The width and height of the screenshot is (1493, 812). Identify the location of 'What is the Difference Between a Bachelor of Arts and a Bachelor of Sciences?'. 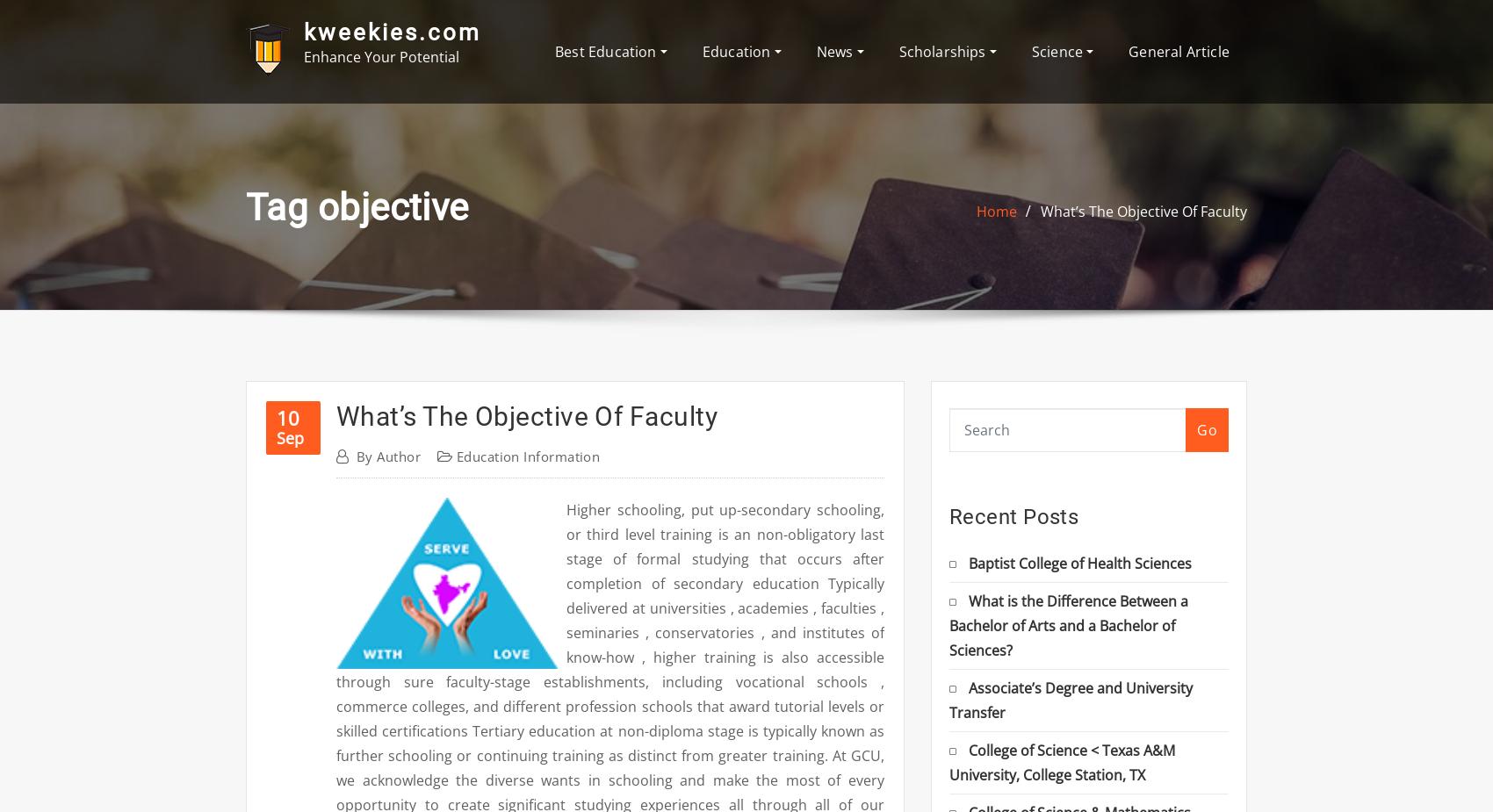
(1068, 624).